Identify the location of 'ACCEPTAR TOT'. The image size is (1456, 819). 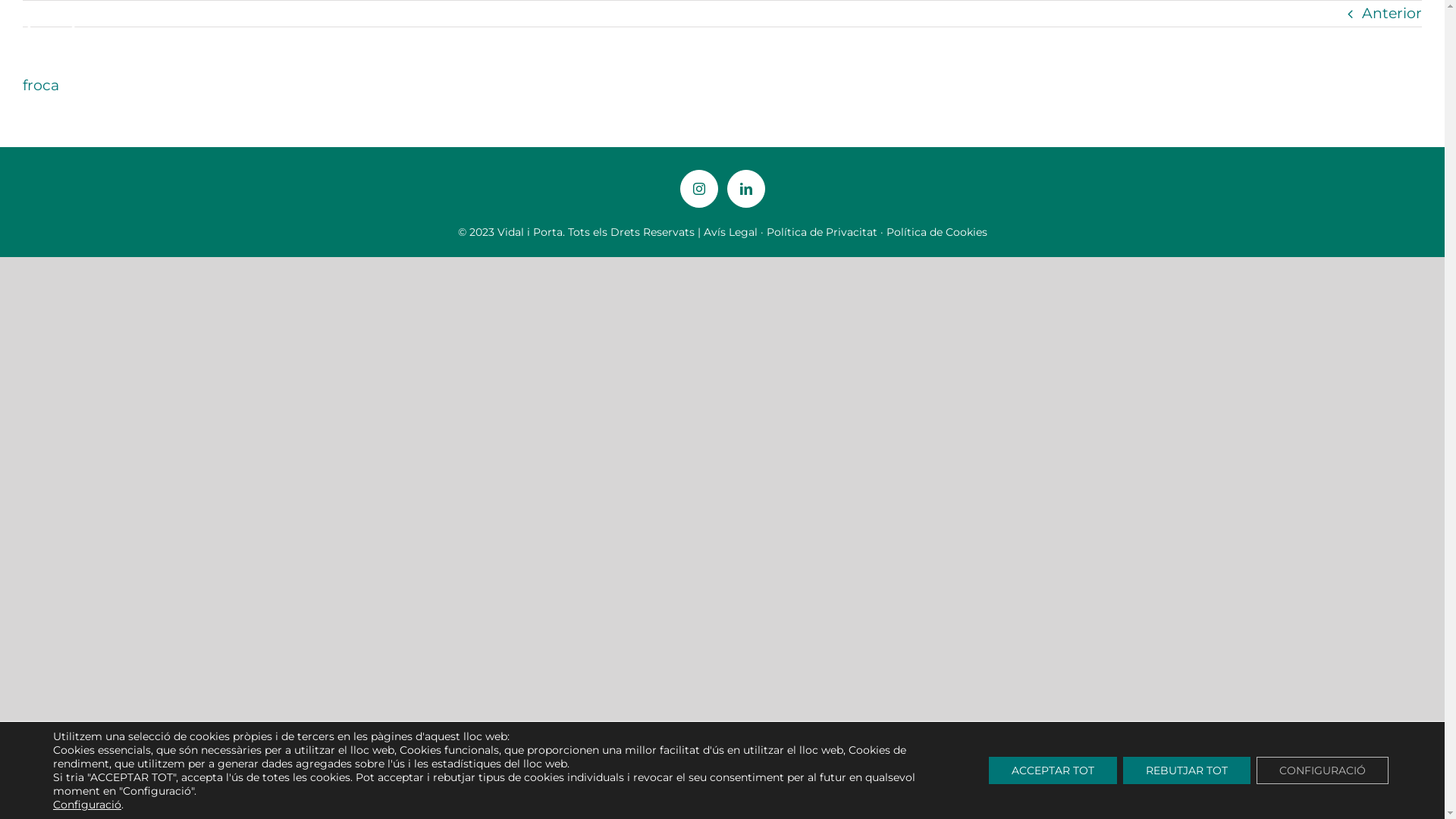
(1052, 770).